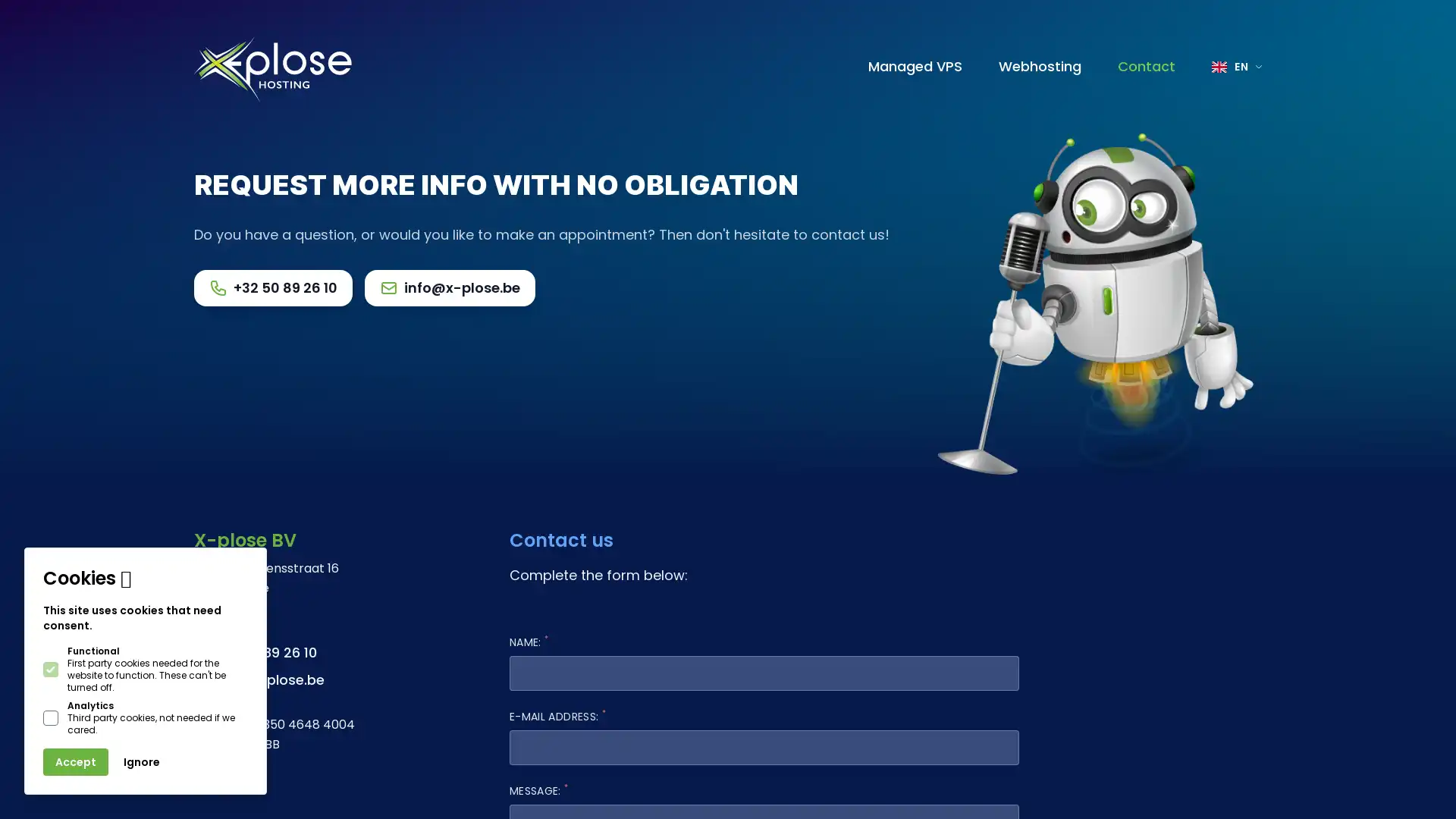 The height and width of the screenshot is (819, 1456). I want to click on Accept, so click(75, 762).